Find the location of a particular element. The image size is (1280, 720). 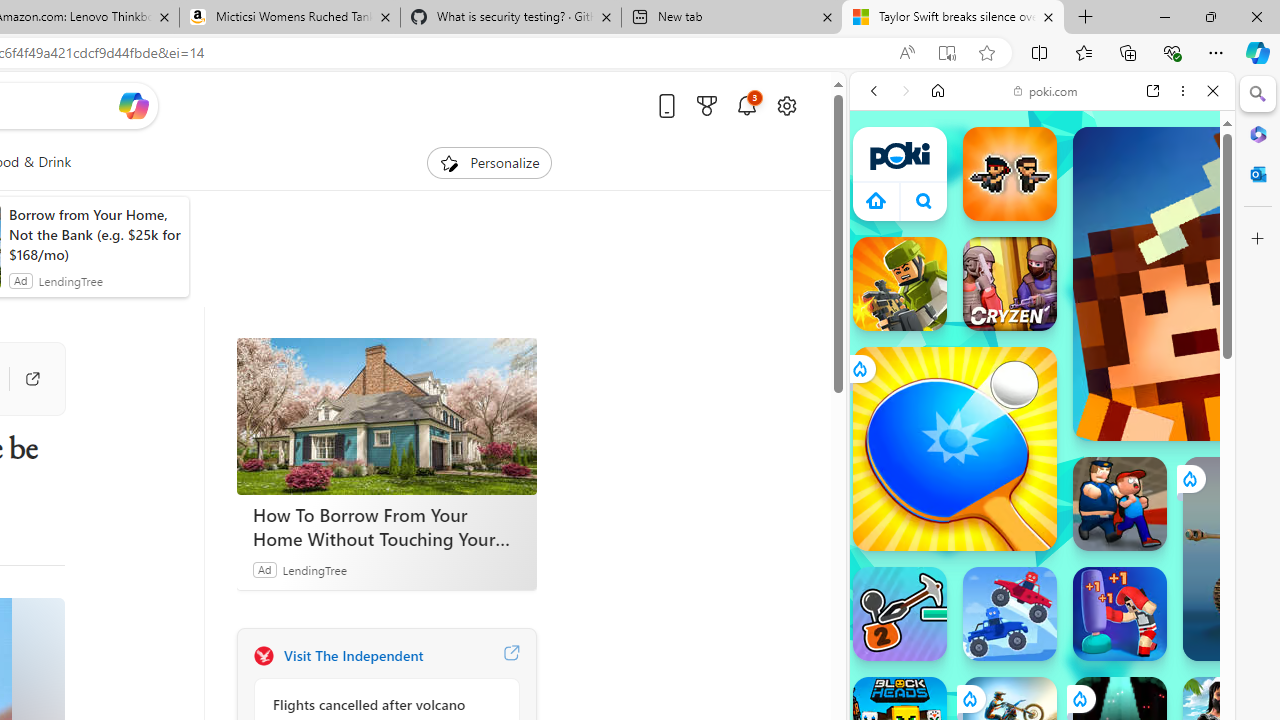

'Battle Wheels Battle Wheels' is located at coordinates (1009, 613).